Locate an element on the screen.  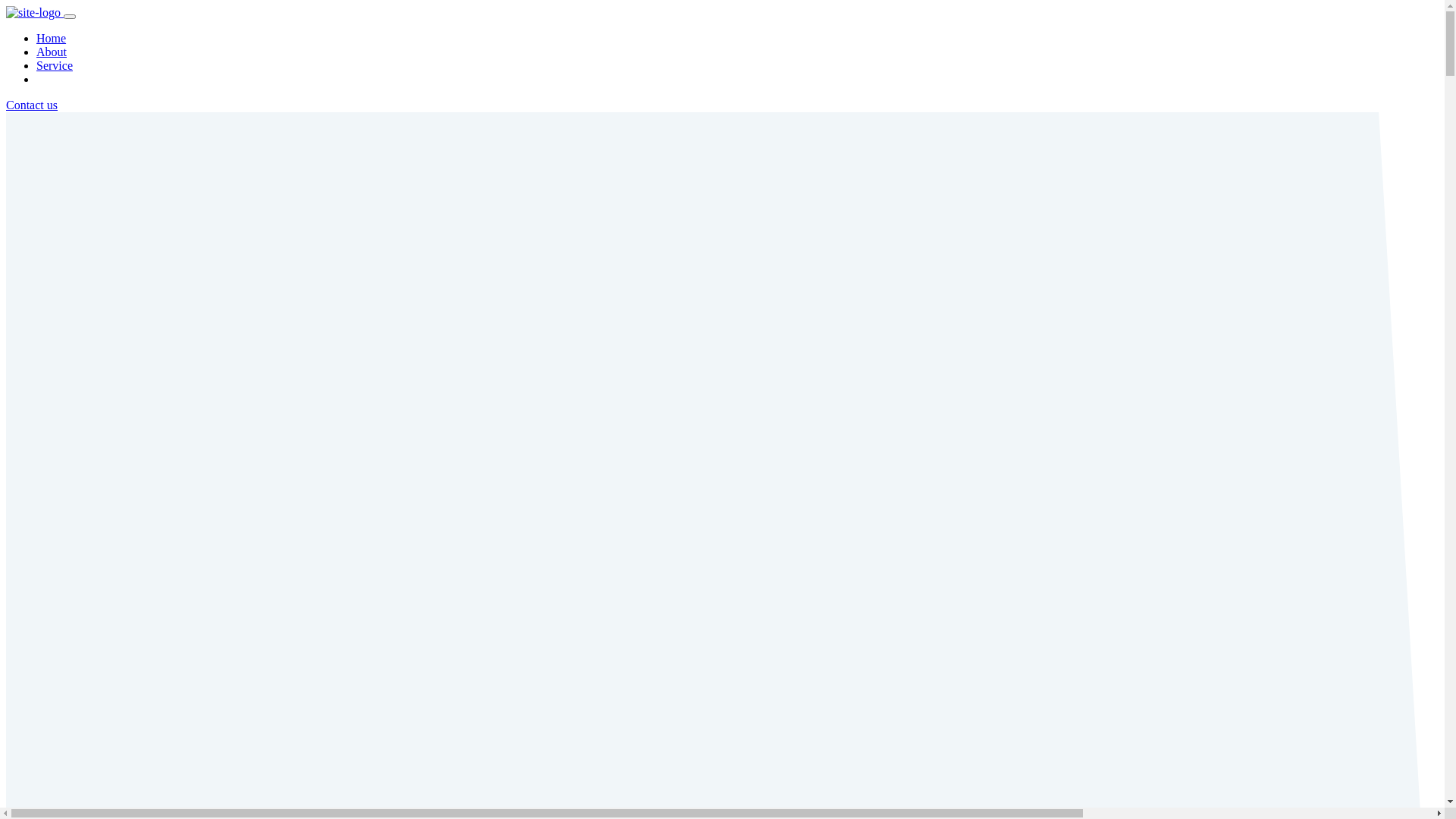
'Service' is located at coordinates (36, 64).